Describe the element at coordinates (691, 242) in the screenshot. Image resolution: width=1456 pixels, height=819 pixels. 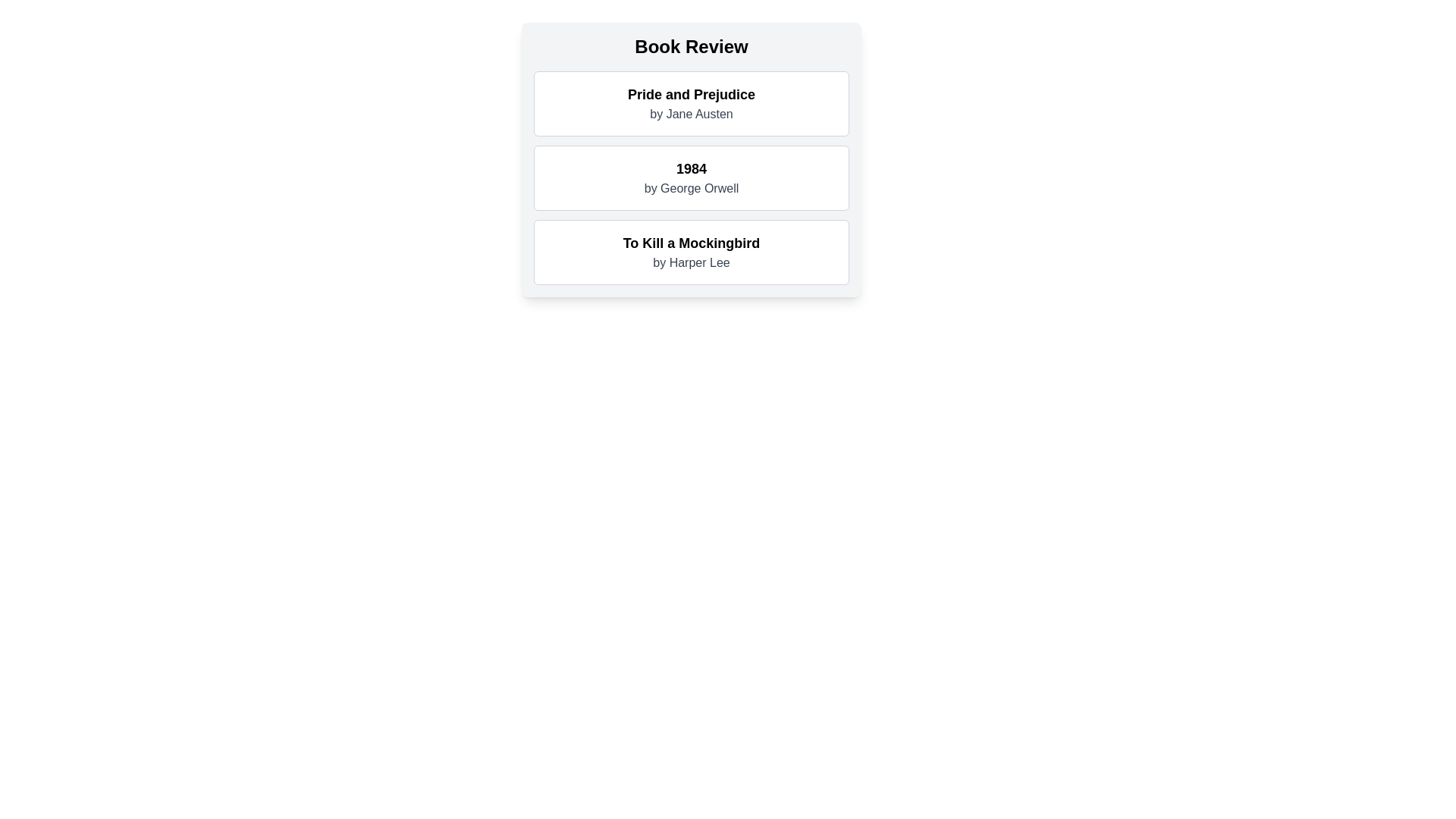
I see `the bold text header 'To Kill a Mockingbird' located at the bottom of the list, which is styled in a large font size` at that location.